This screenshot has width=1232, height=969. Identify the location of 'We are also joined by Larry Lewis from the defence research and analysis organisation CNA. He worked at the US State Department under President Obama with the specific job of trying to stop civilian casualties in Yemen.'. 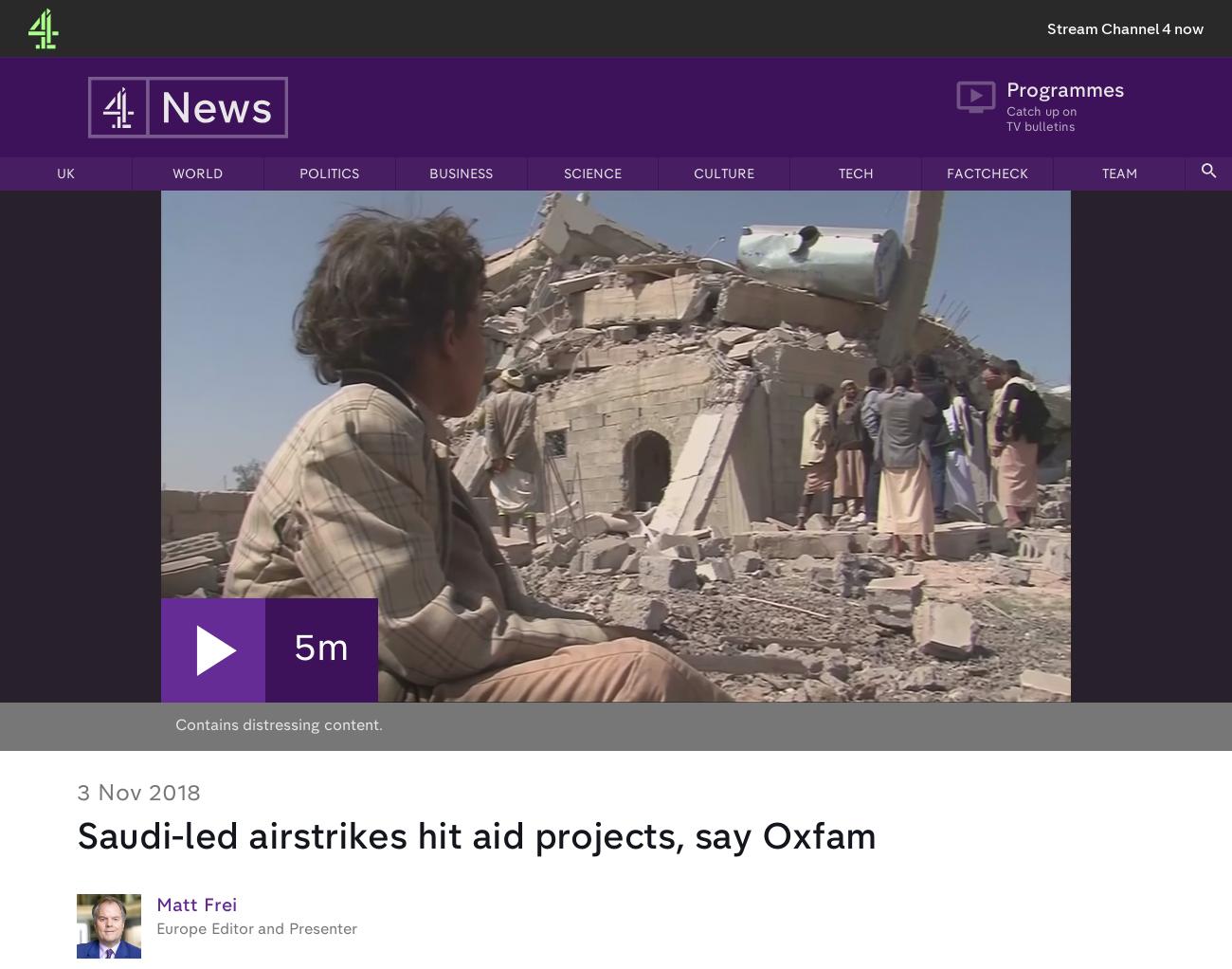
(76, 437).